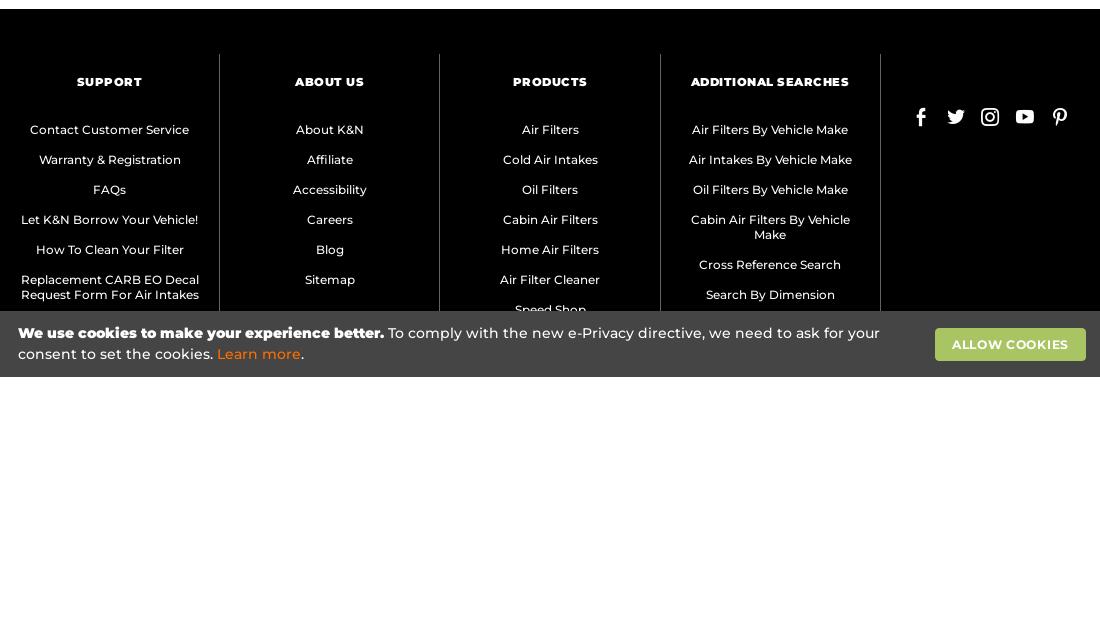 The width and height of the screenshot is (1100, 623). What do you see at coordinates (328, 158) in the screenshot?
I see `'Affiliate'` at bounding box center [328, 158].